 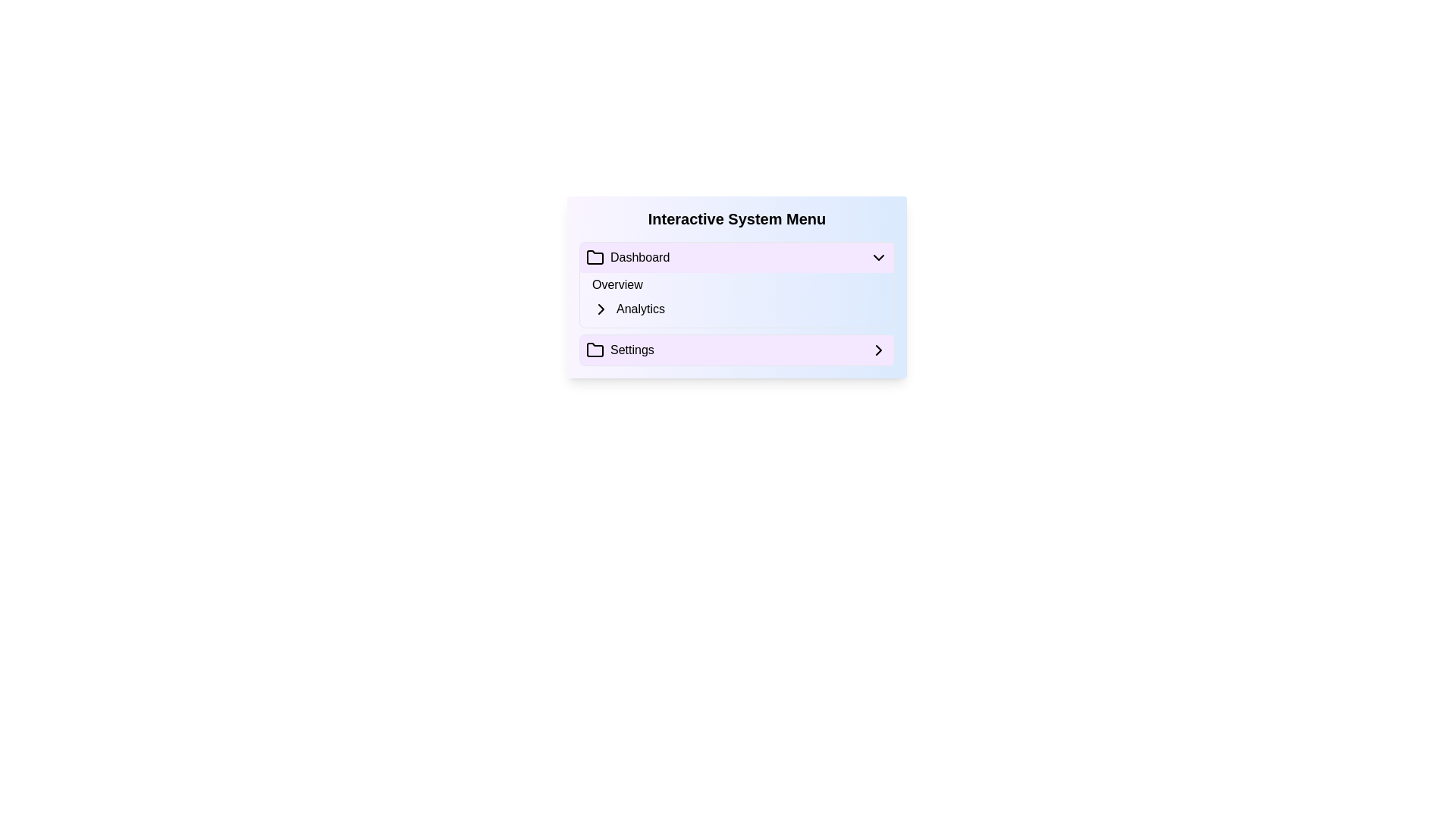 I want to click on the 'Dashboard' text label, which is displayed in bold and located next to a folder icon in the upper part of the 'Interactive System Menu', so click(x=640, y=256).